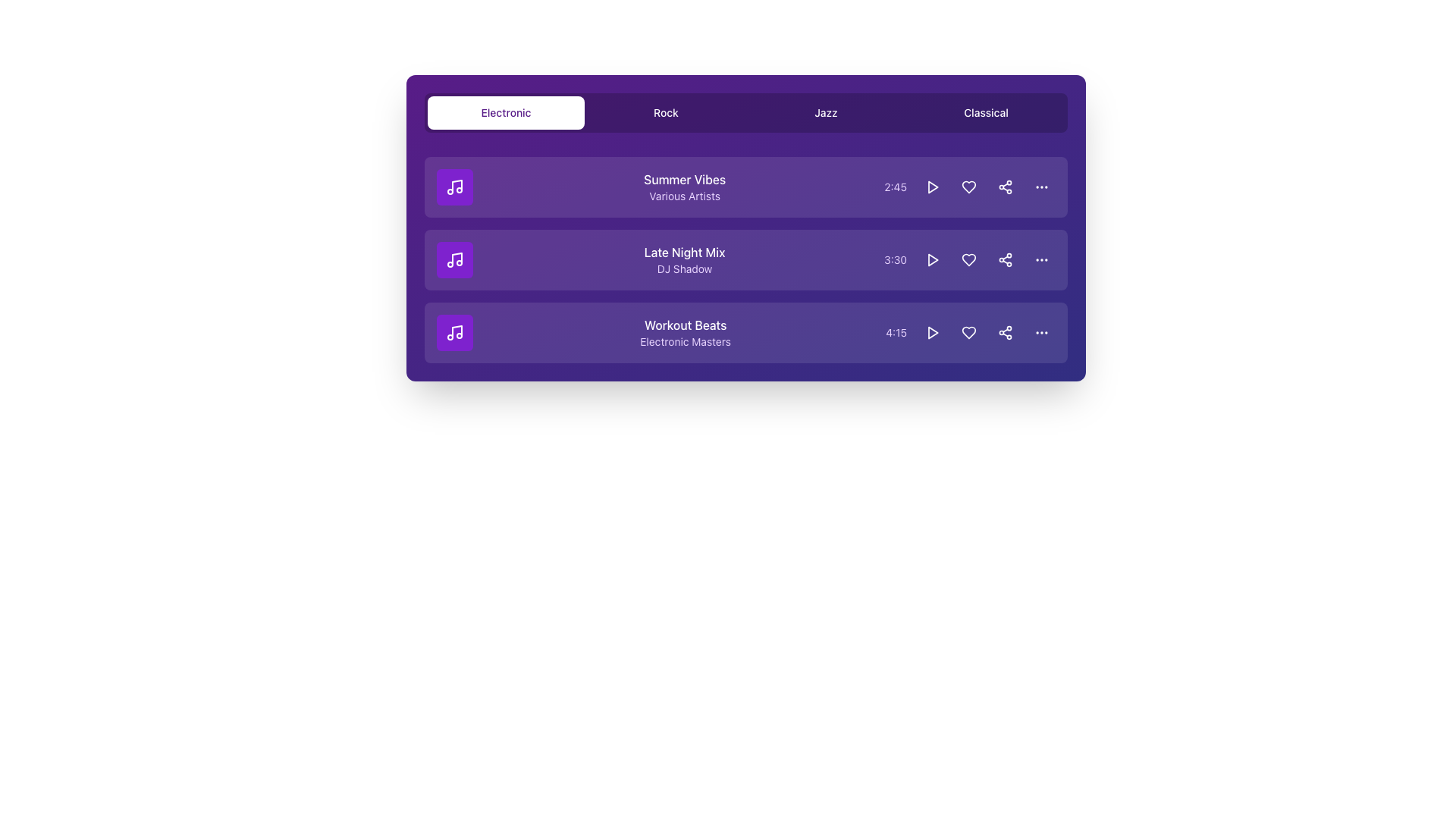 The image size is (1456, 819). What do you see at coordinates (968, 332) in the screenshot?
I see `the heart-shaped icon button within the 'Workout Beats' playlist entry` at bounding box center [968, 332].